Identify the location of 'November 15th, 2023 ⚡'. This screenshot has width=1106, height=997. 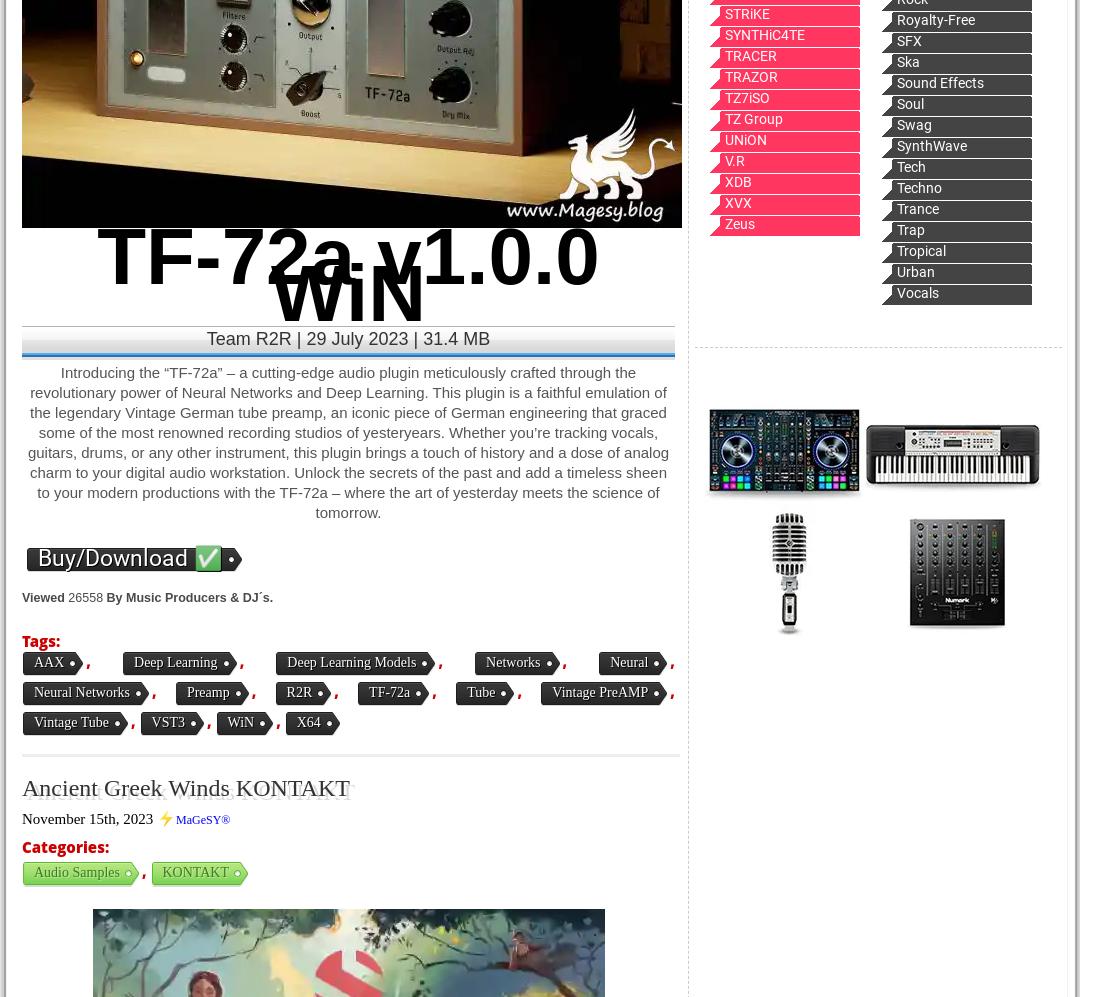
(98, 819).